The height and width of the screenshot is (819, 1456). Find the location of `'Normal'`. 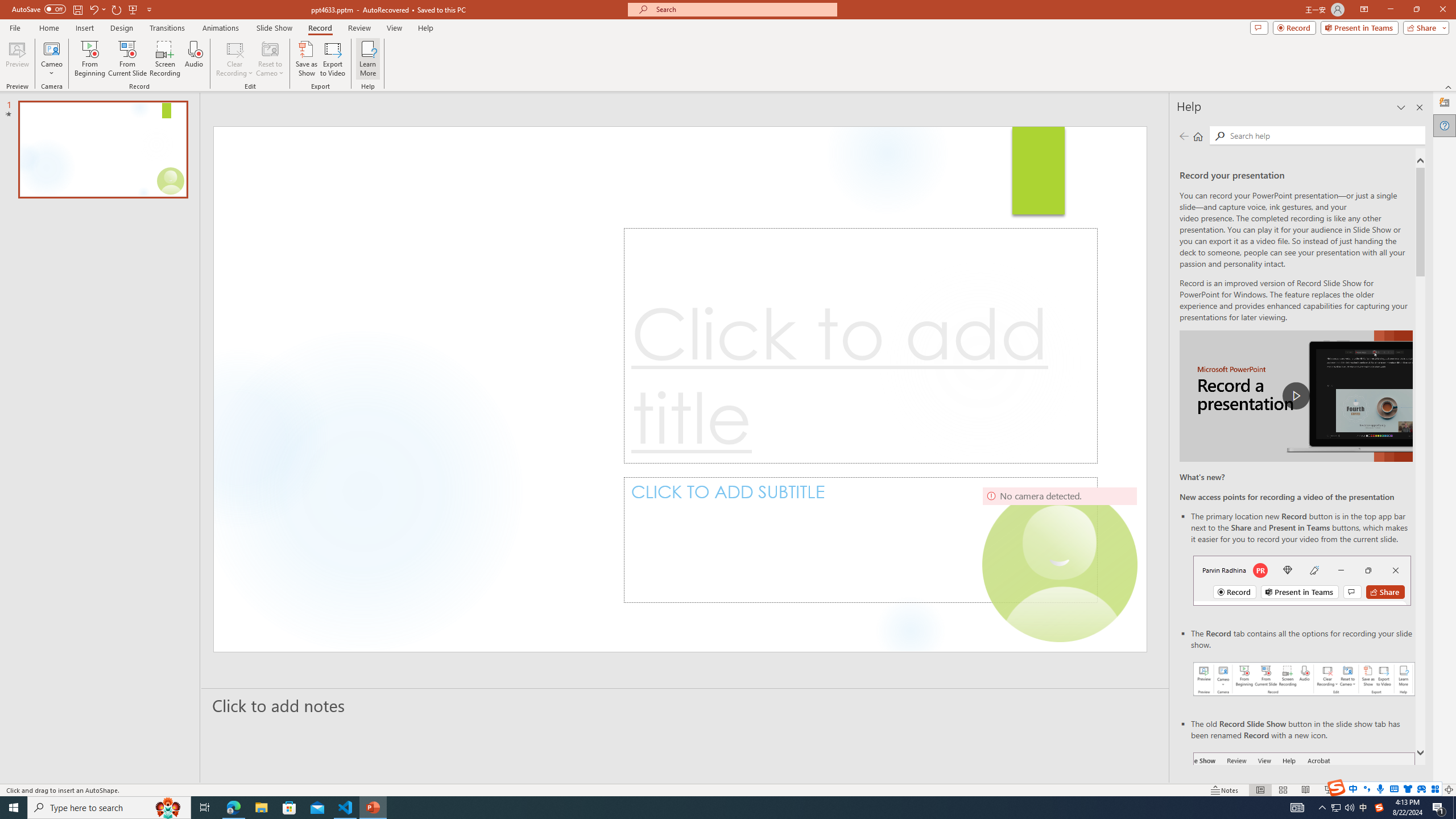

'Normal' is located at coordinates (1259, 790).